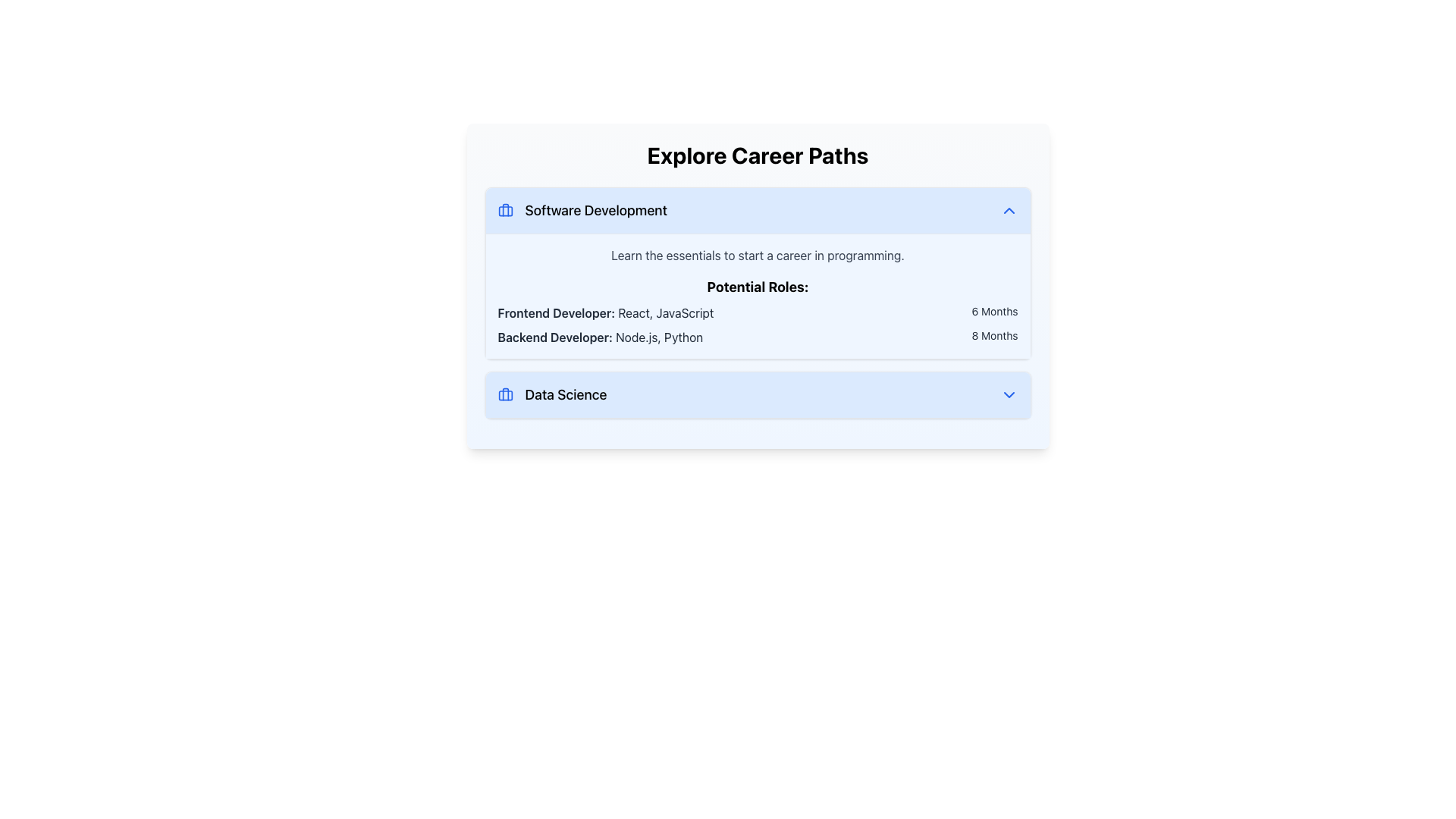 The image size is (1456, 819). Describe the element at coordinates (554, 336) in the screenshot. I see `the text label that serves as a descriptor for the 'Backend Developer' role, located beneath the 'Frontend Developer' entry in the 'Potential Roles' section` at that location.